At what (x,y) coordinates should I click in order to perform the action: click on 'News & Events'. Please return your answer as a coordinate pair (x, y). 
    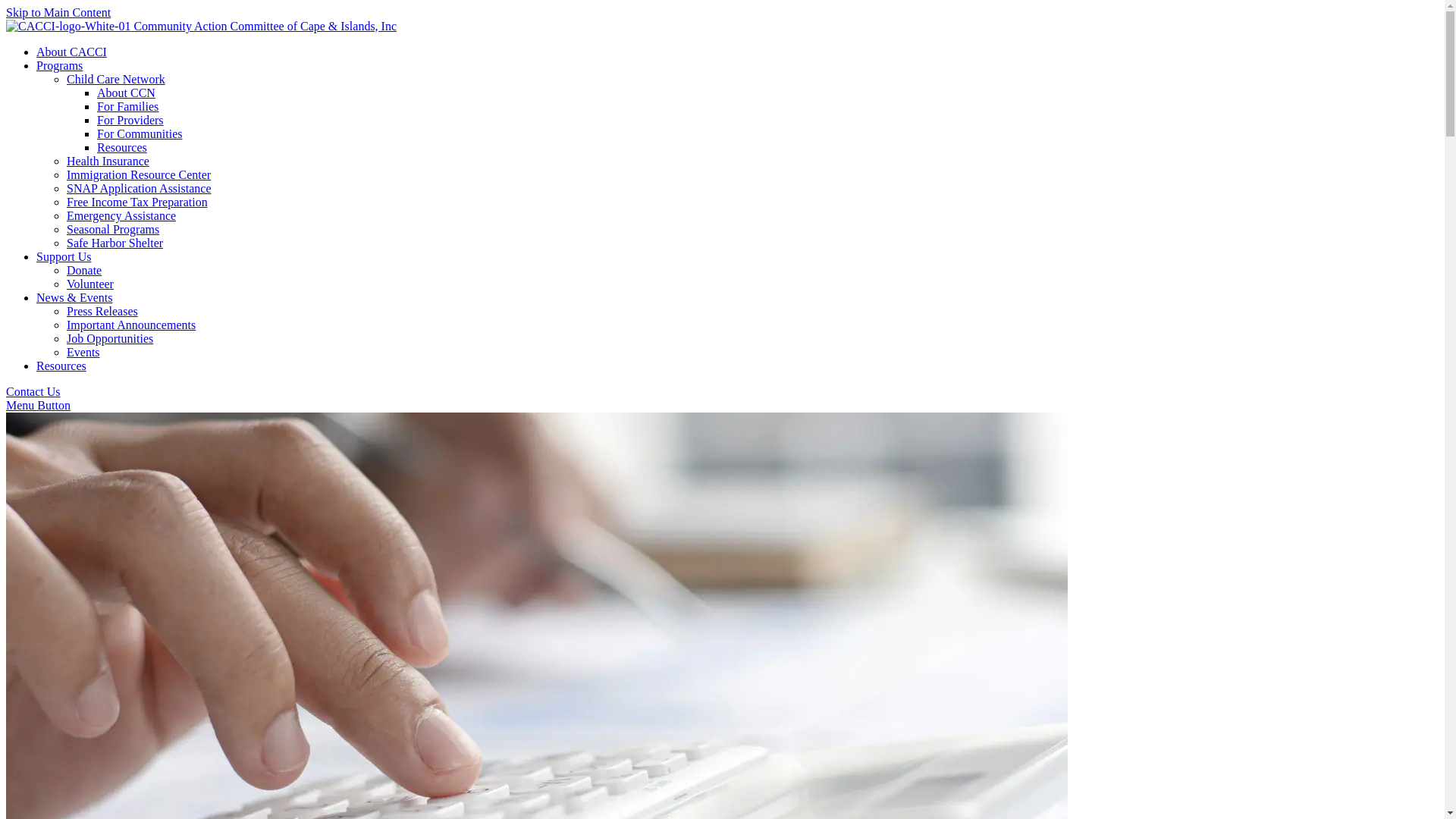
    Looking at the image, I should click on (73, 297).